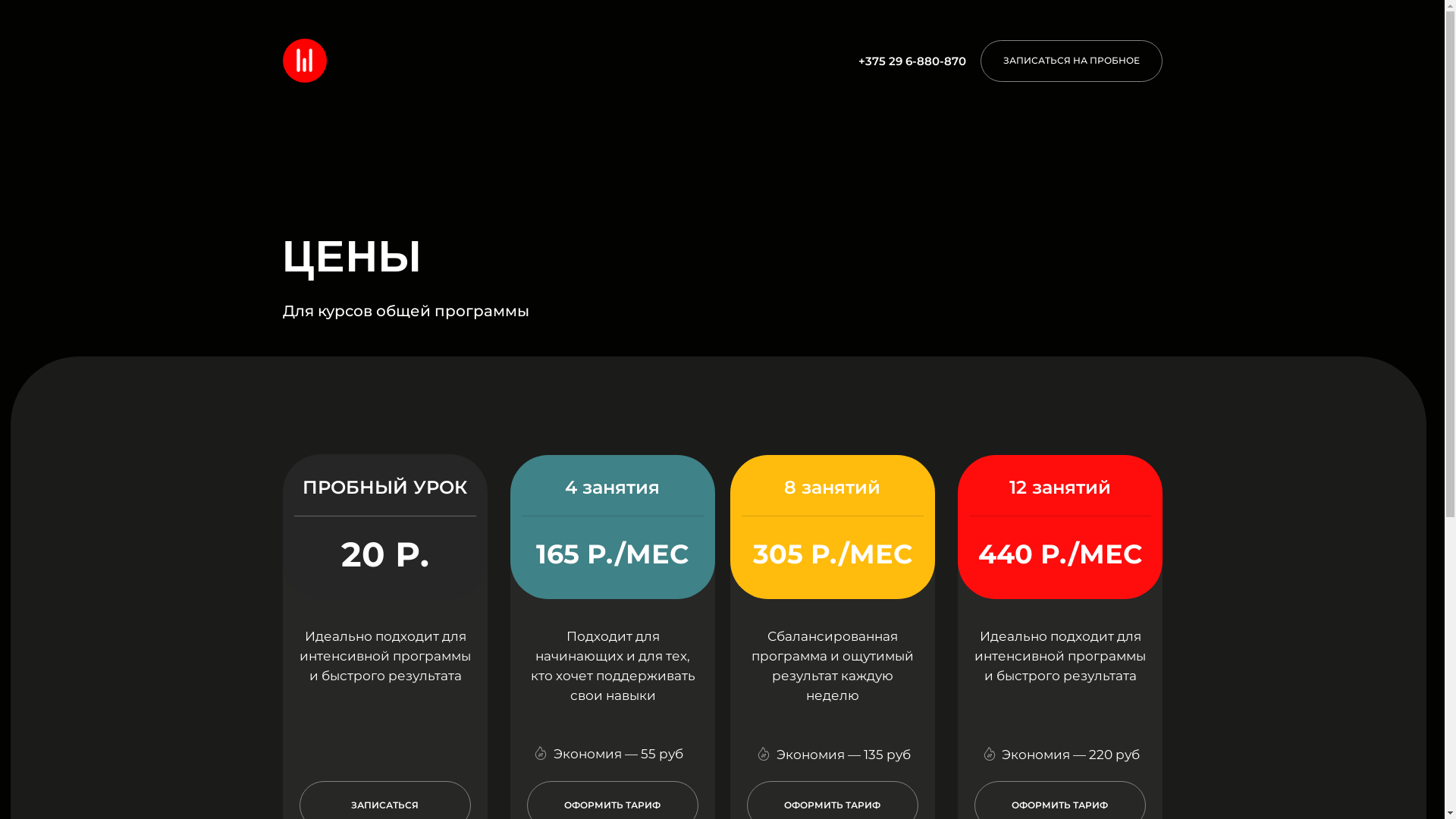  What do you see at coordinates (912, 60) in the screenshot?
I see `'+375 29 6-880-870'` at bounding box center [912, 60].